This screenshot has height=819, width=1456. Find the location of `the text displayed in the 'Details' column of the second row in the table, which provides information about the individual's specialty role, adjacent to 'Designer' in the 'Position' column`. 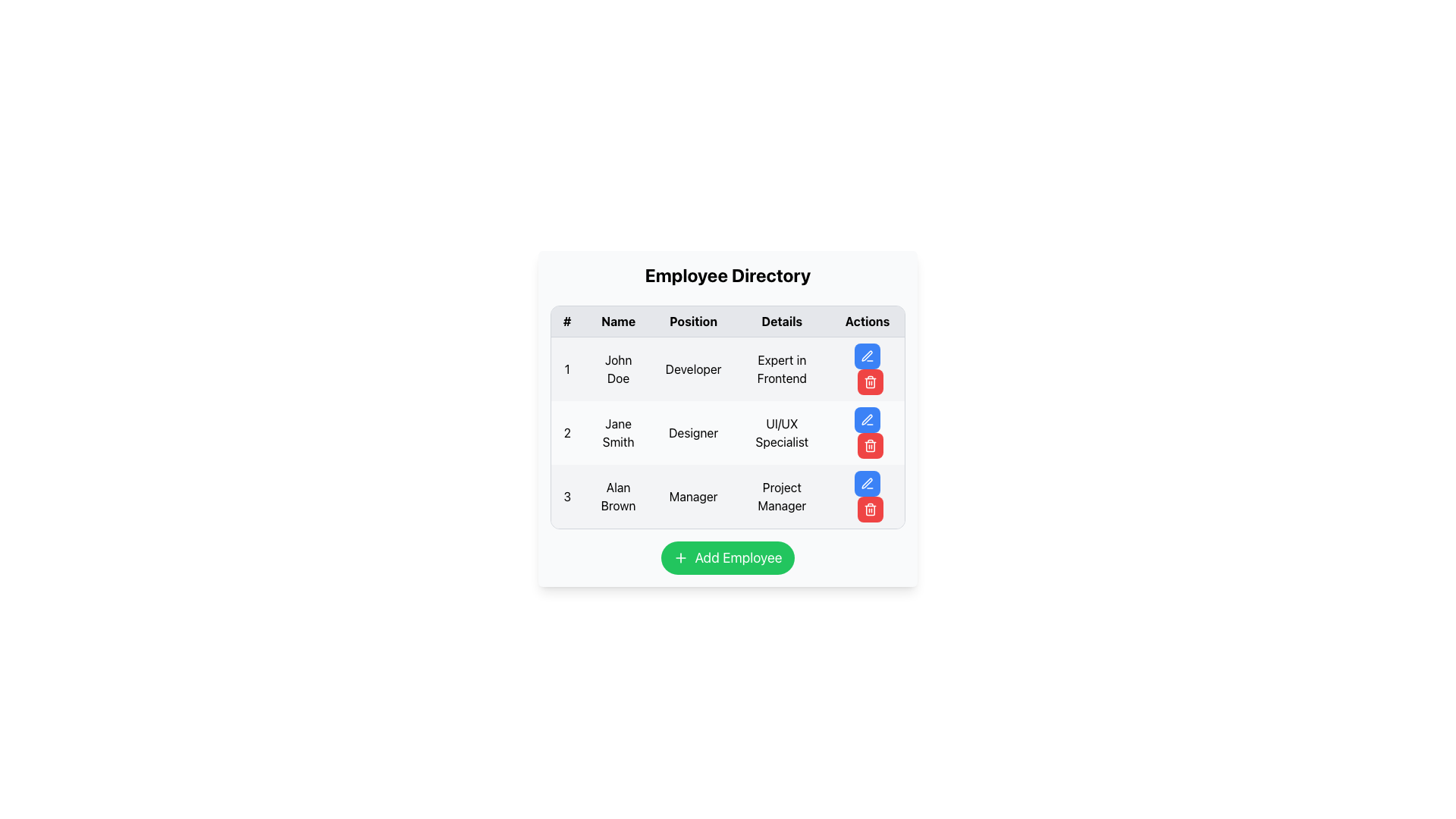

the text displayed in the 'Details' column of the second row in the table, which provides information about the individual's specialty role, adjacent to 'Designer' in the 'Position' column is located at coordinates (782, 432).